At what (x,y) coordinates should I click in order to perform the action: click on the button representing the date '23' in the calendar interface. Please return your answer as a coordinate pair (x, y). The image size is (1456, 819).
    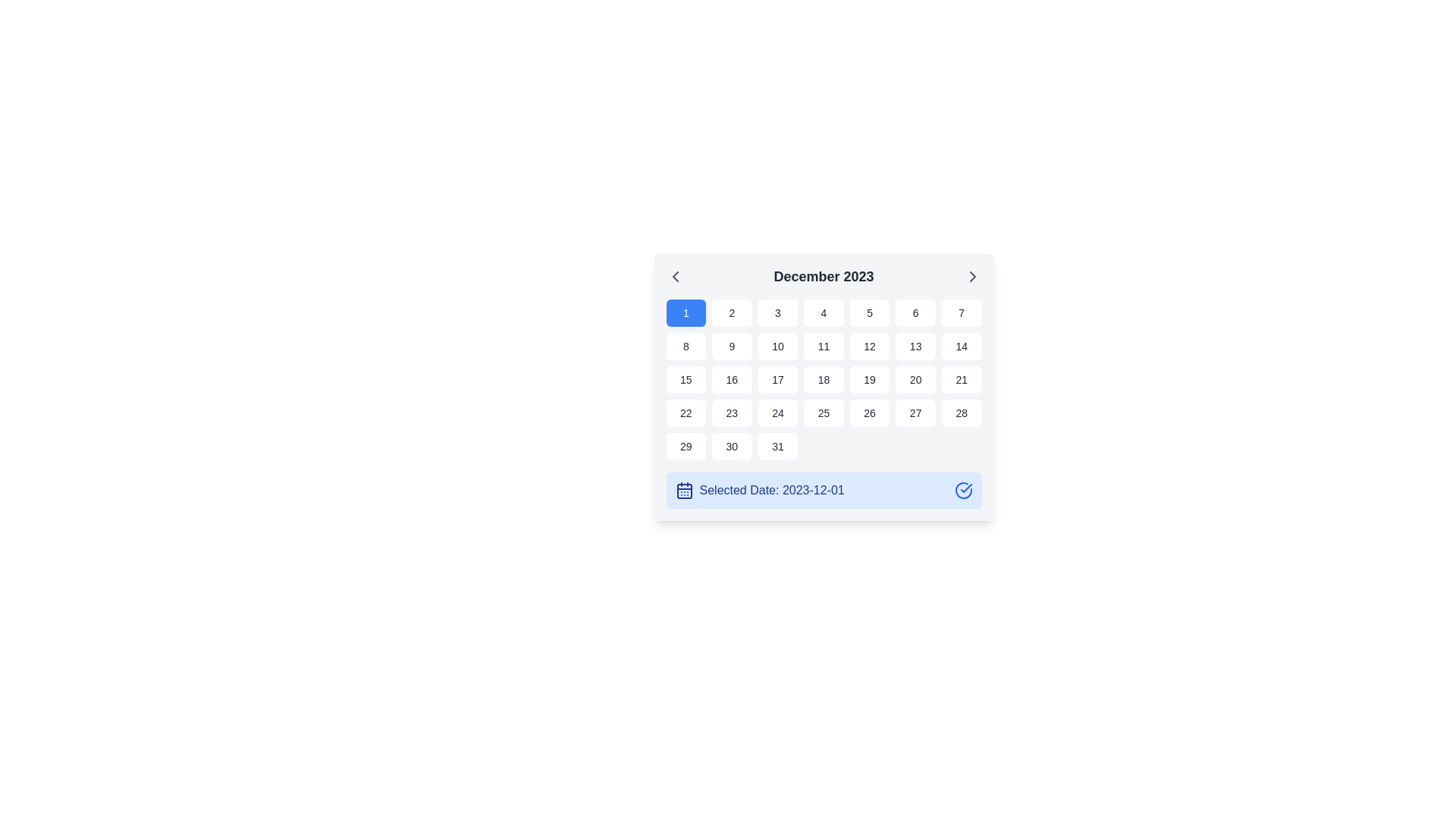
    Looking at the image, I should click on (732, 413).